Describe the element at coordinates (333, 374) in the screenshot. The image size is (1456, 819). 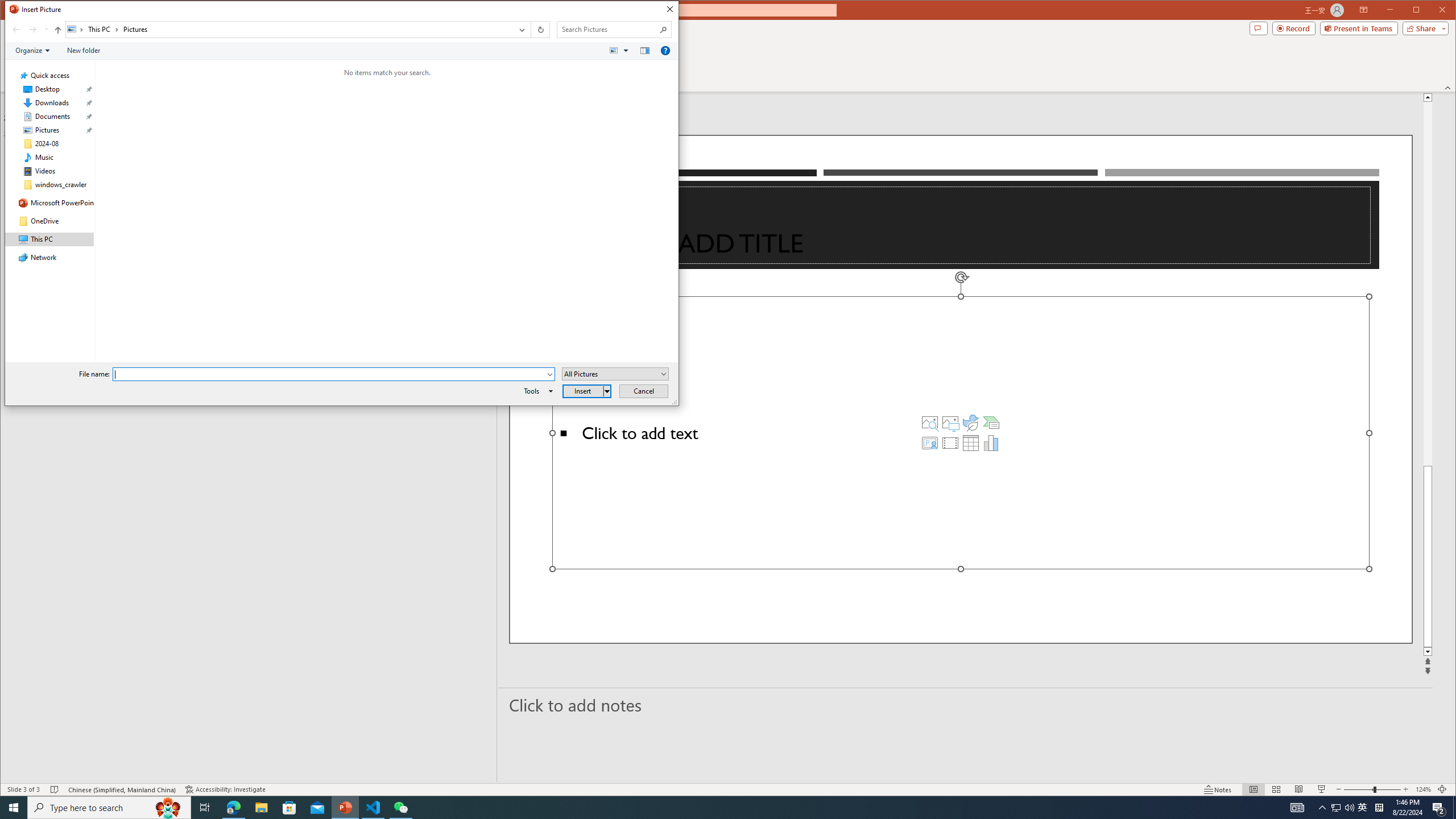
I see `'File name:'` at that location.